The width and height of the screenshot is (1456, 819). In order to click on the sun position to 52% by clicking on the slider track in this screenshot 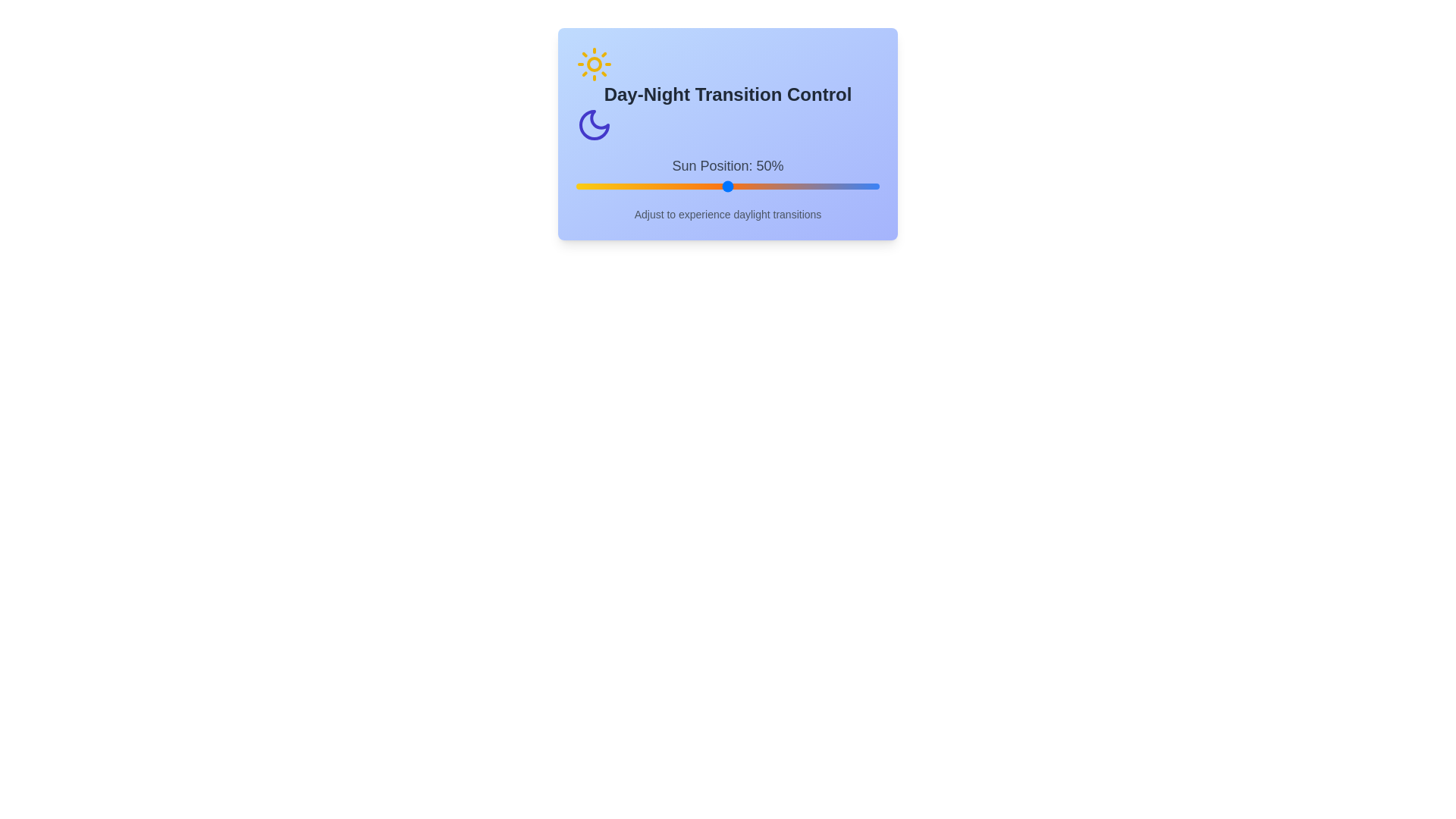, I will do `click(734, 186)`.